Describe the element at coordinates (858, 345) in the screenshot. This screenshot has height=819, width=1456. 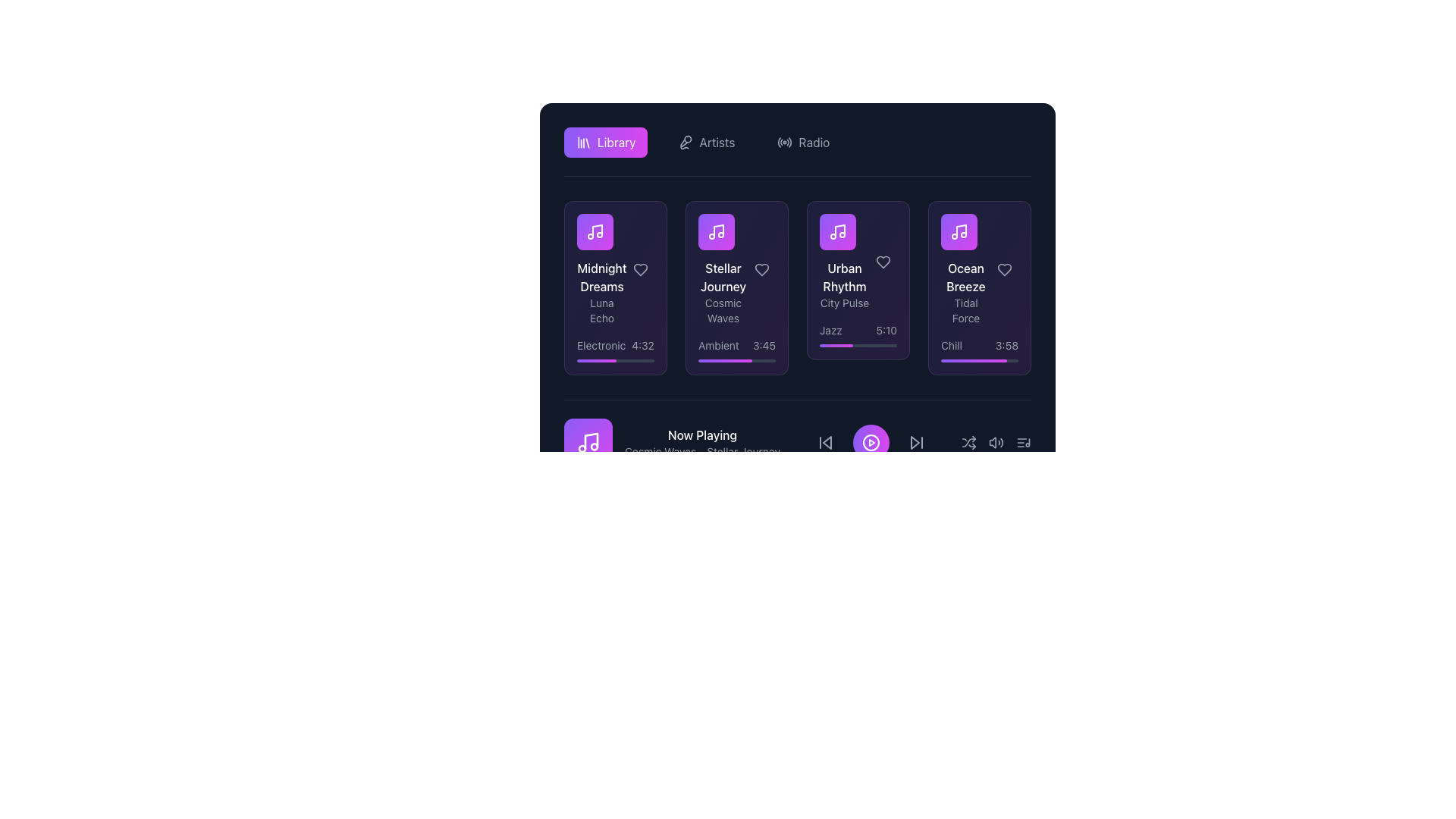
I see `the progress indicator of the horizontal progress bar located below the text 'Jazz 5:10' within the card labeled 'Urban Rhythm'` at that location.